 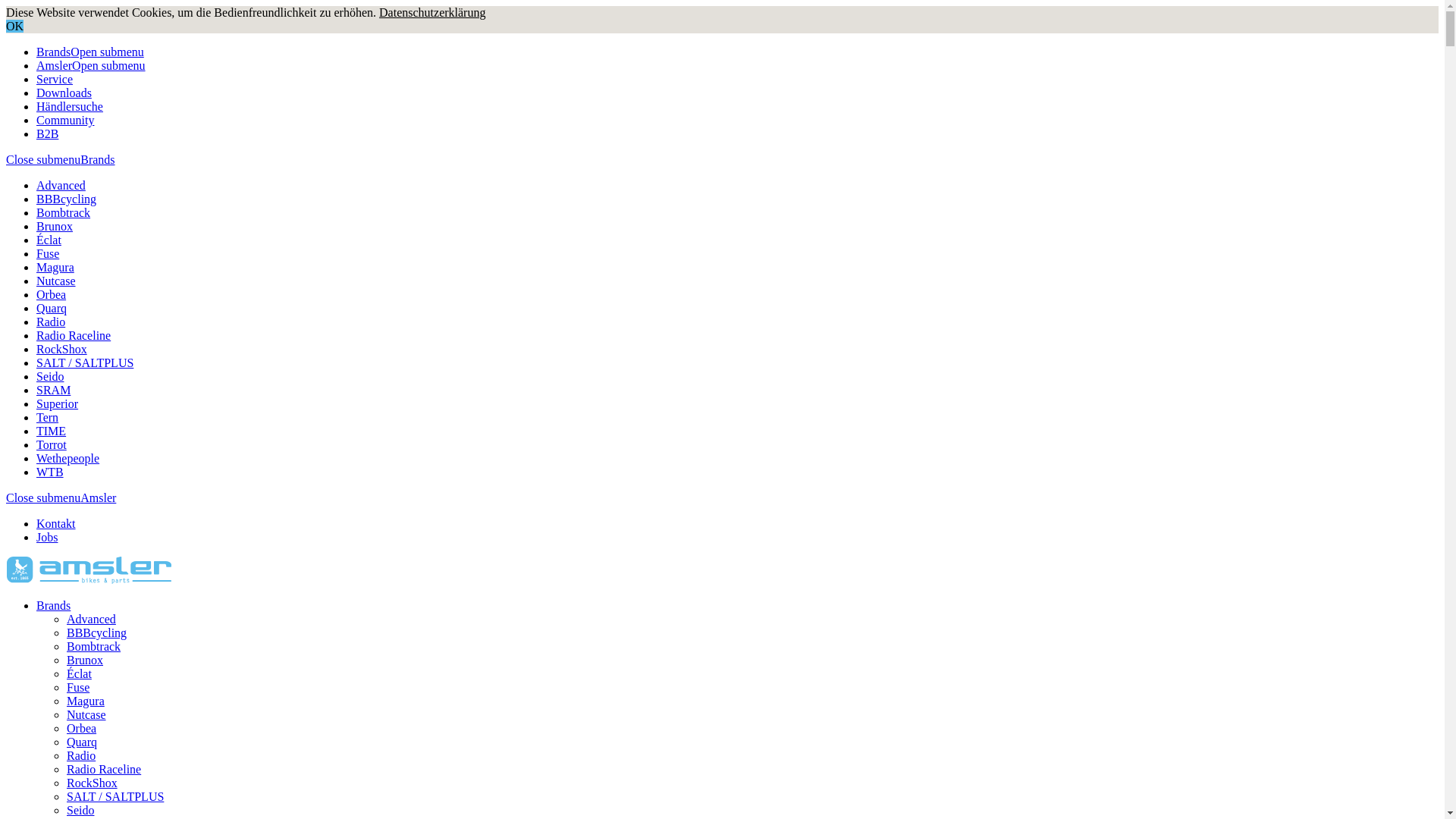 What do you see at coordinates (115, 795) in the screenshot?
I see `'SALT / SALTPLUS'` at bounding box center [115, 795].